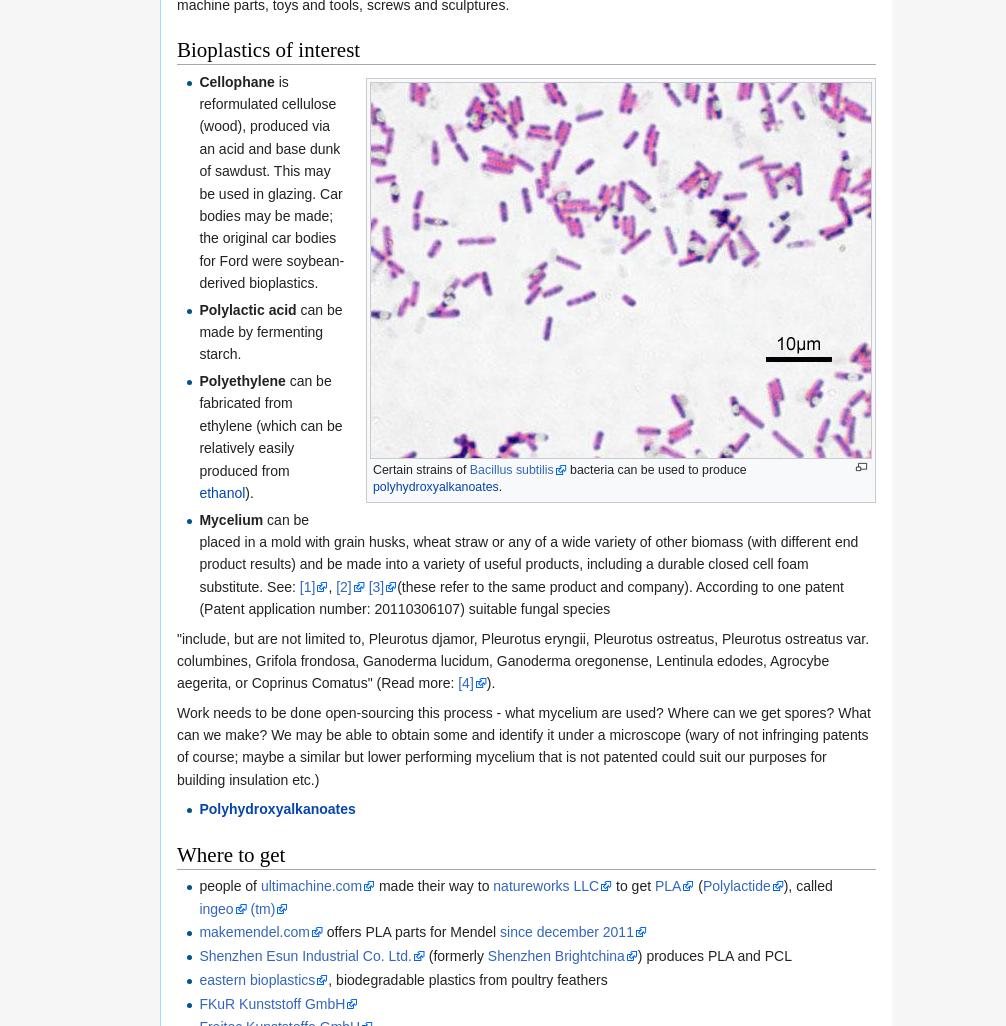 This screenshot has height=1026, width=1006. I want to click on '[1]', so click(306, 585).